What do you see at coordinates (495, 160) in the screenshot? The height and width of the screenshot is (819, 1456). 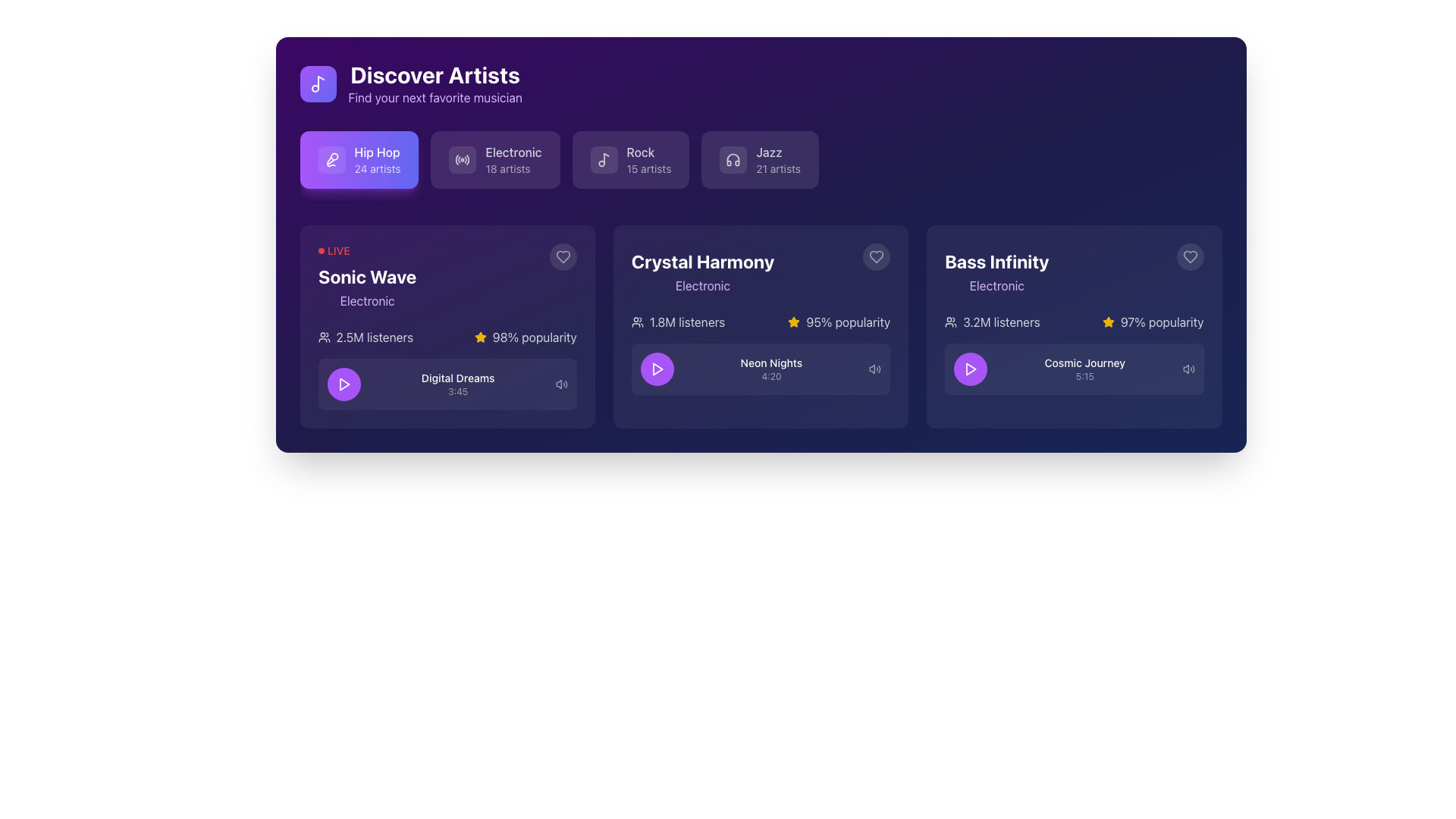 I see `the 'Electronic' music selection button located in the 'Discover Artists' section` at bounding box center [495, 160].